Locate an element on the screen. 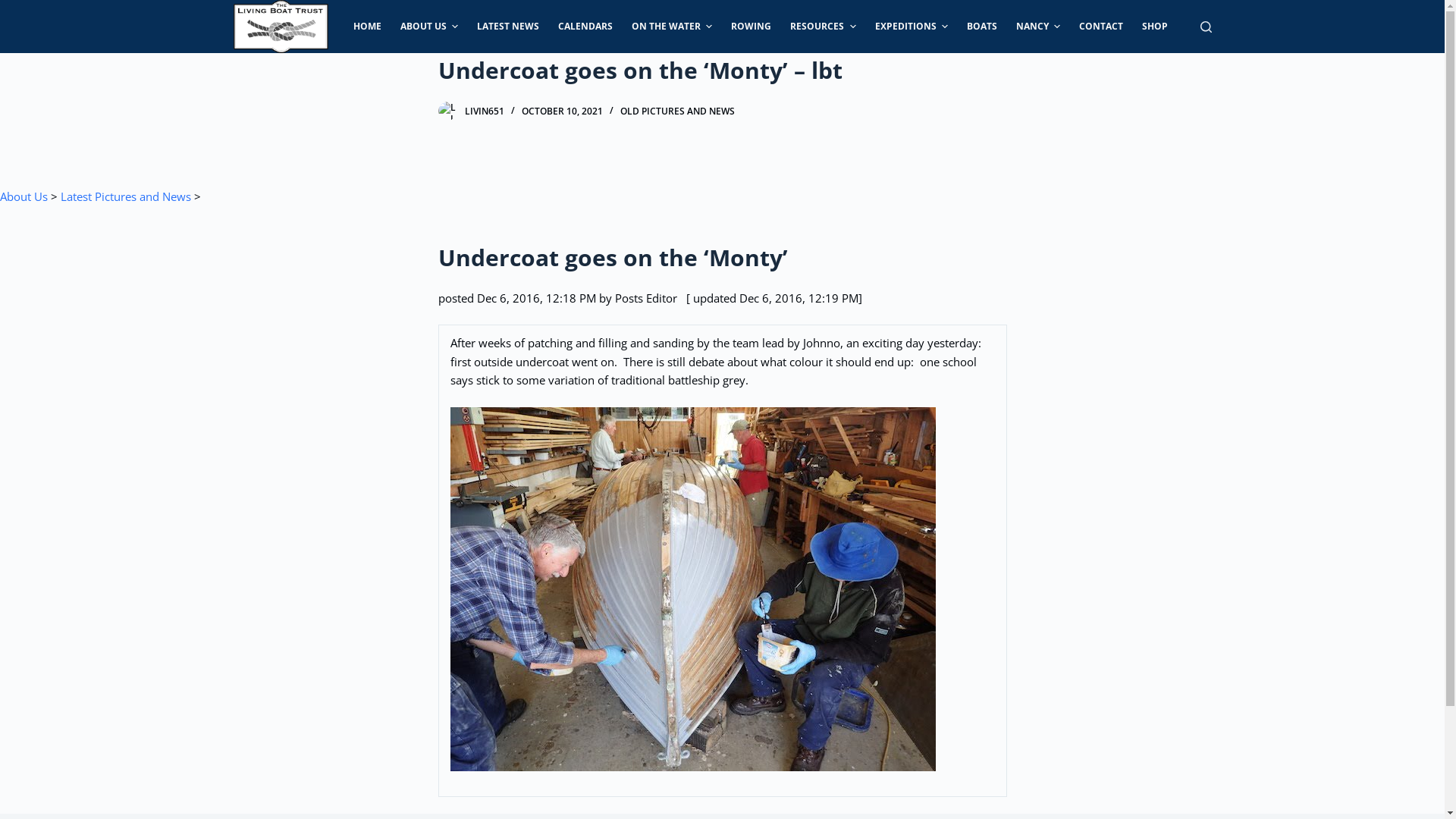 Image resolution: width=1456 pixels, height=819 pixels. 'LATEST NEWS' is located at coordinates (507, 26).